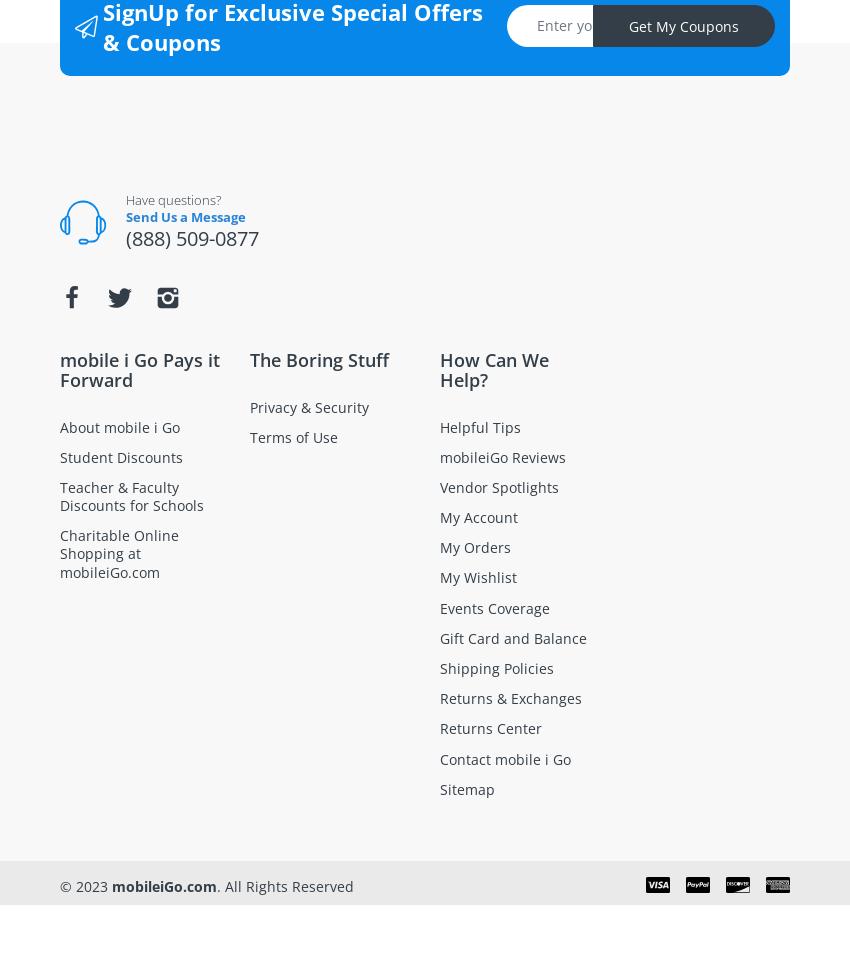 The height and width of the screenshot is (958, 850). What do you see at coordinates (478, 577) in the screenshot?
I see `'My Wishlist'` at bounding box center [478, 577].